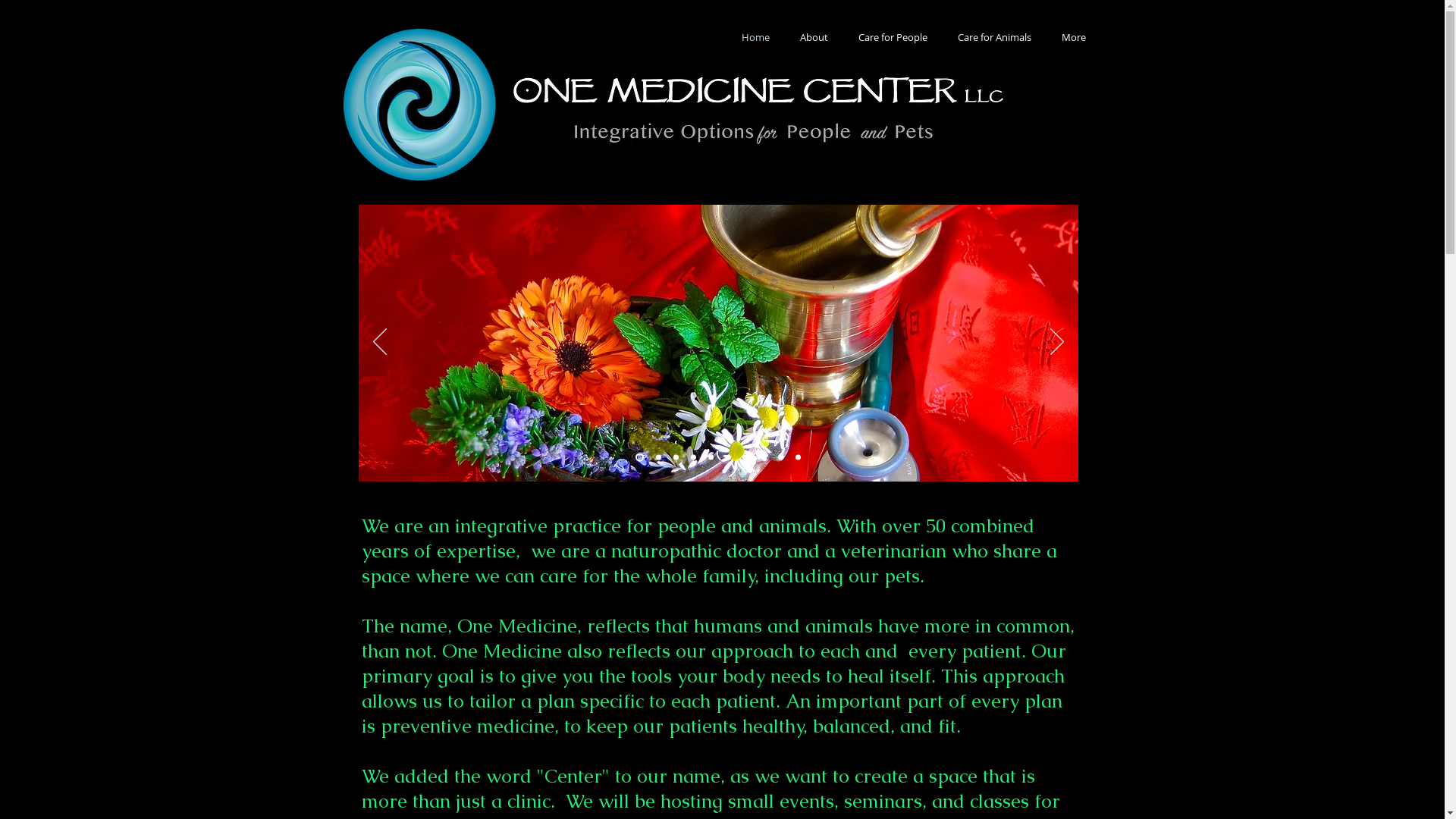 This screenshot has width=1456, height=819. Describe the element at coordinates (755, 36) in the screenshot. I see `'Home'` at that location.